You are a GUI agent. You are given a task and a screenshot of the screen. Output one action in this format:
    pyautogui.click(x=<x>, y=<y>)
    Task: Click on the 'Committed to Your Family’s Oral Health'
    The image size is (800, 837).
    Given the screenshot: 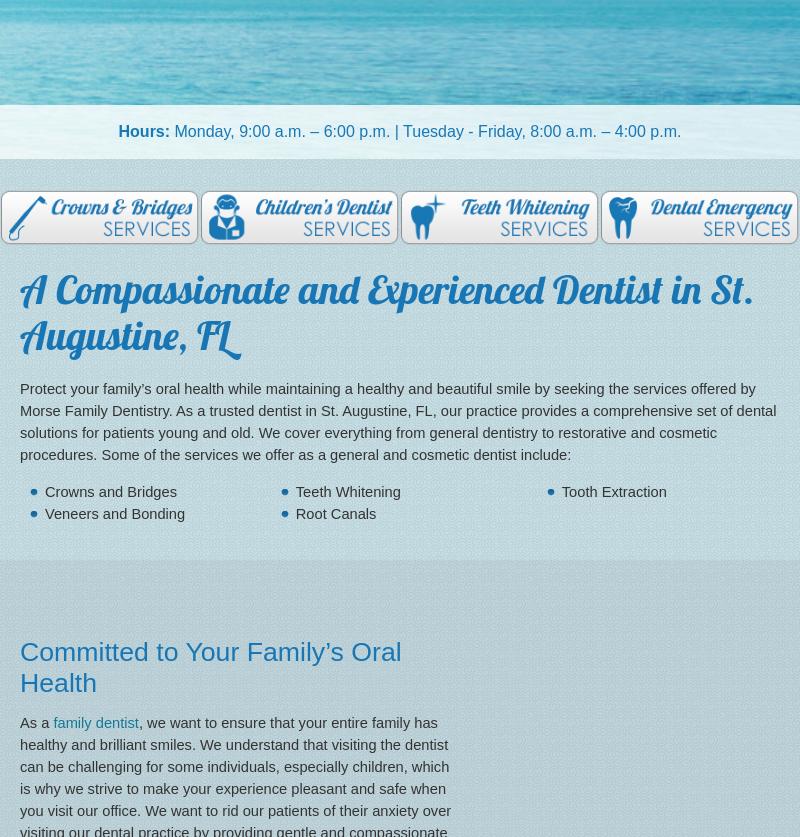 What is the action you would take?
    pyautogui.click(x=210, y=666)
    